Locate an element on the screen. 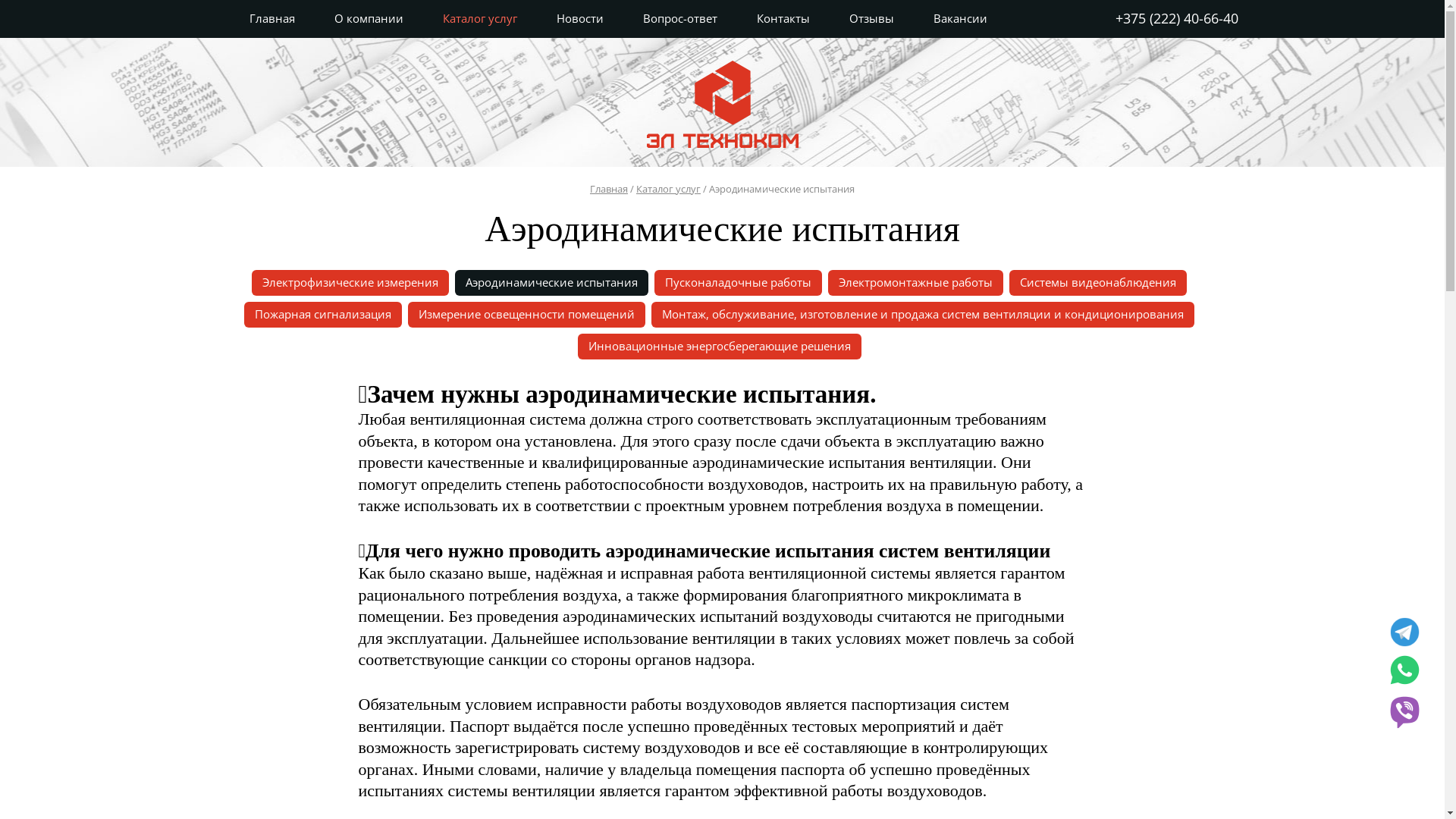 This screenshot has width=1456, height=819. '+375 (222) 40-66-40' is located at coordinates (1175, 17).